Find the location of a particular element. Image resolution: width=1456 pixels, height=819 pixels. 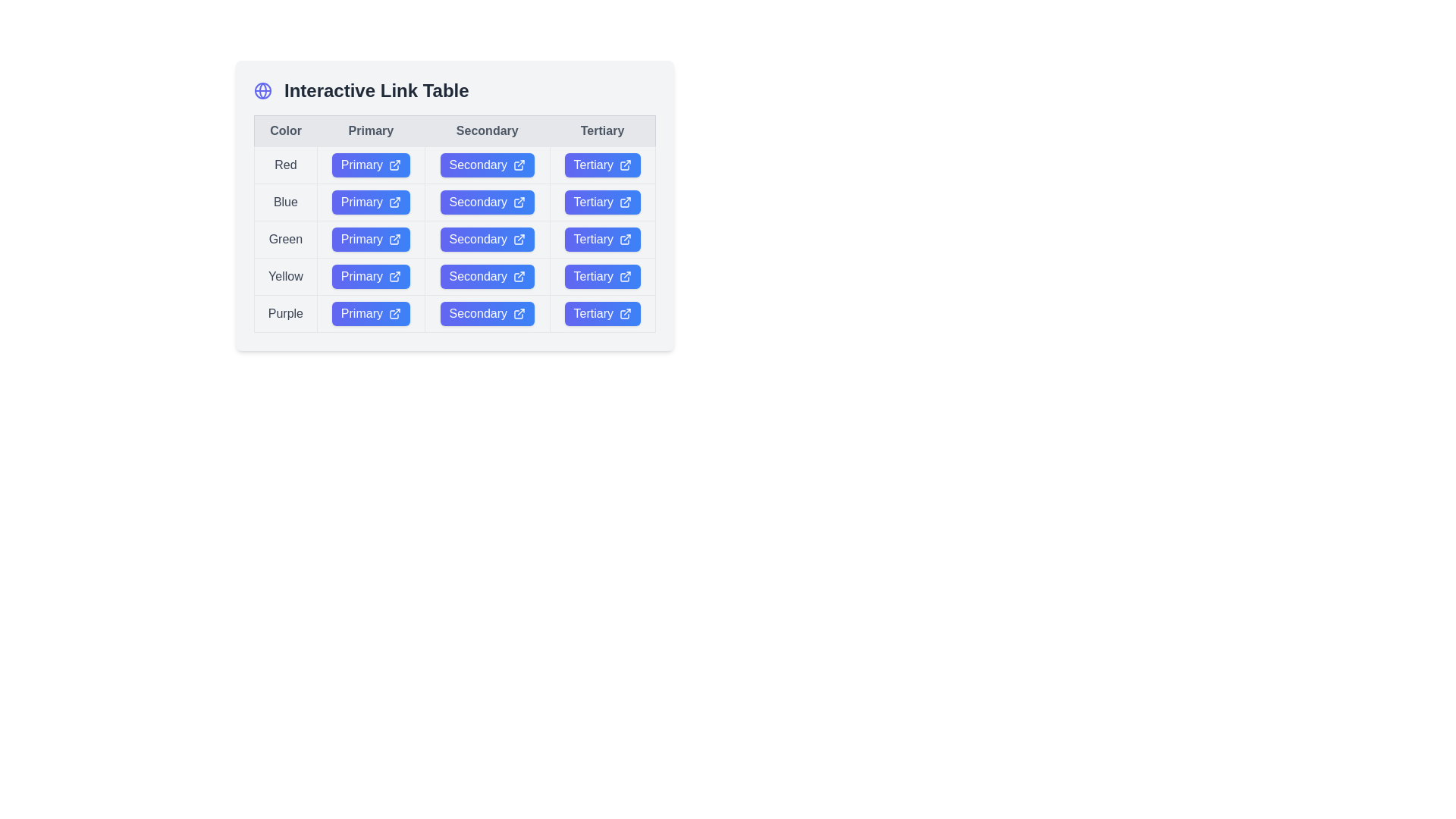

the visual style of the external link icon located within the 'Primary' button in the last row of the 'Interactive Link Table' is located at coordinates (394, 312).